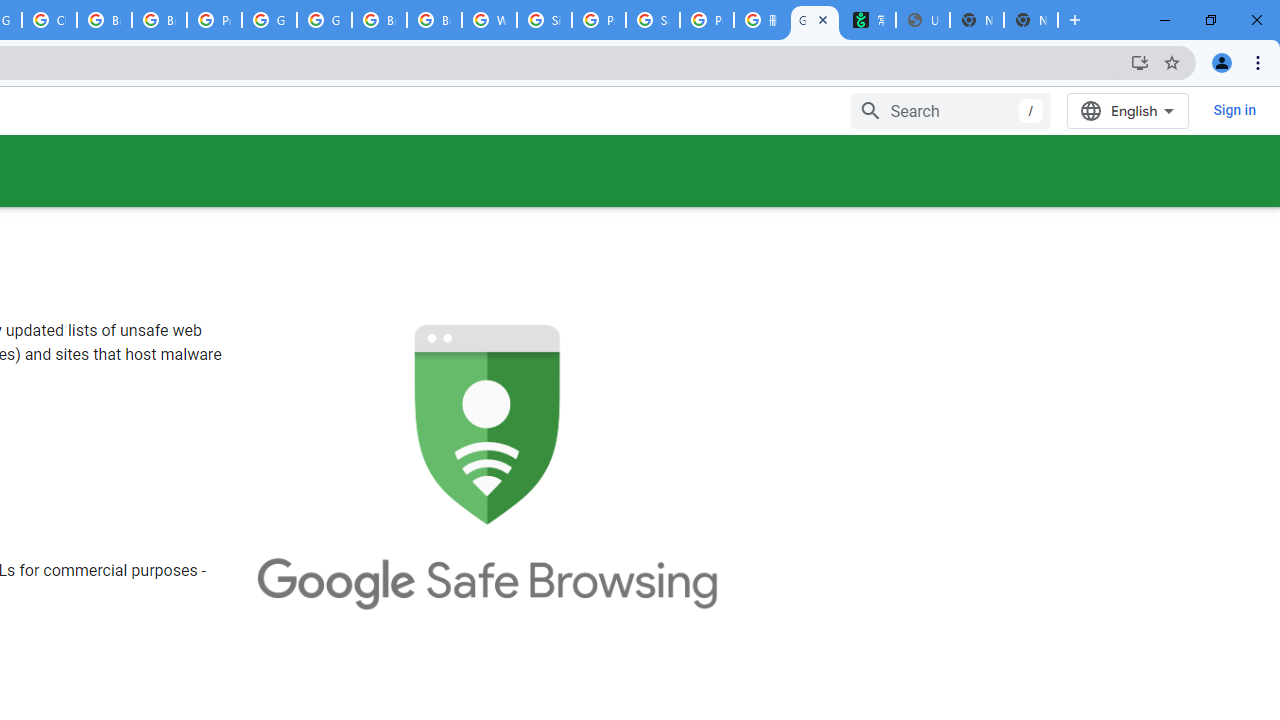 The image size is (1280, 720). What do you see at coordinates (1139, 61) in the screenshot?
I see `'Install Google Developers'` at bounding box center [1139, 61].